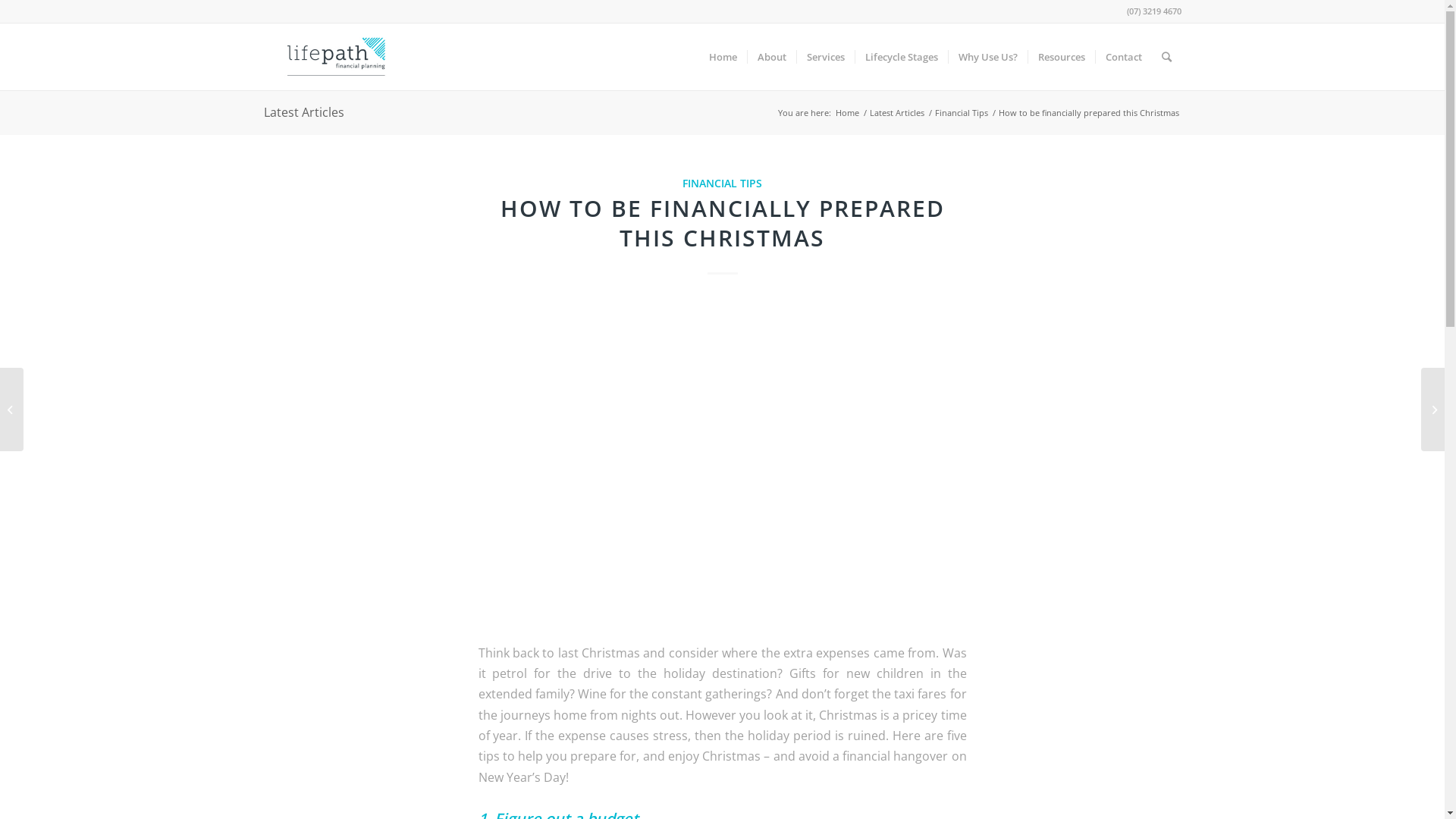  What do you see at coordinates (867, 111) in the screenshot?
I see `'Latest Articles'` at bounding box center [867, 111].